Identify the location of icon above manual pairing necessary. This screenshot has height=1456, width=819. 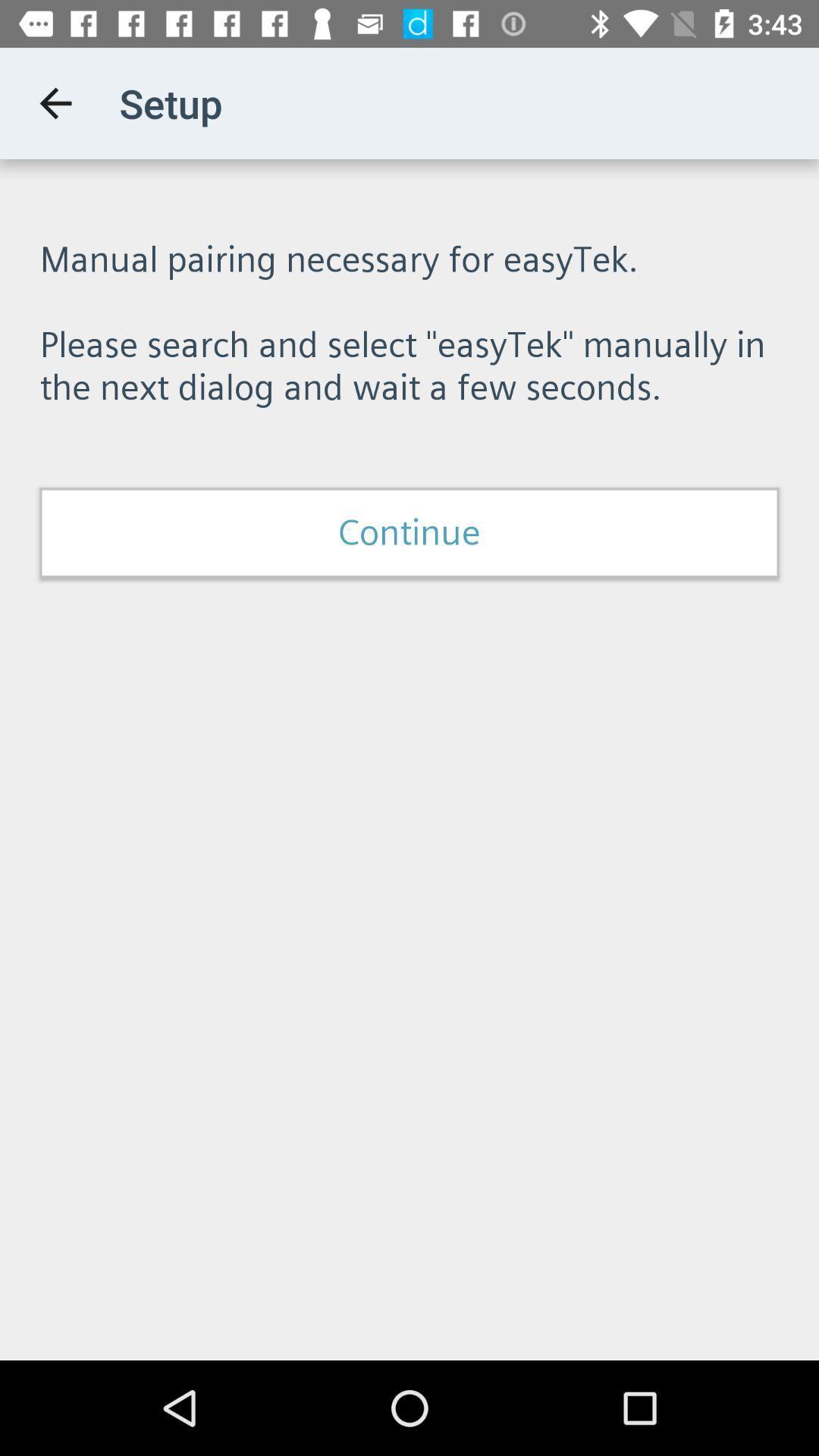
(55, 102).